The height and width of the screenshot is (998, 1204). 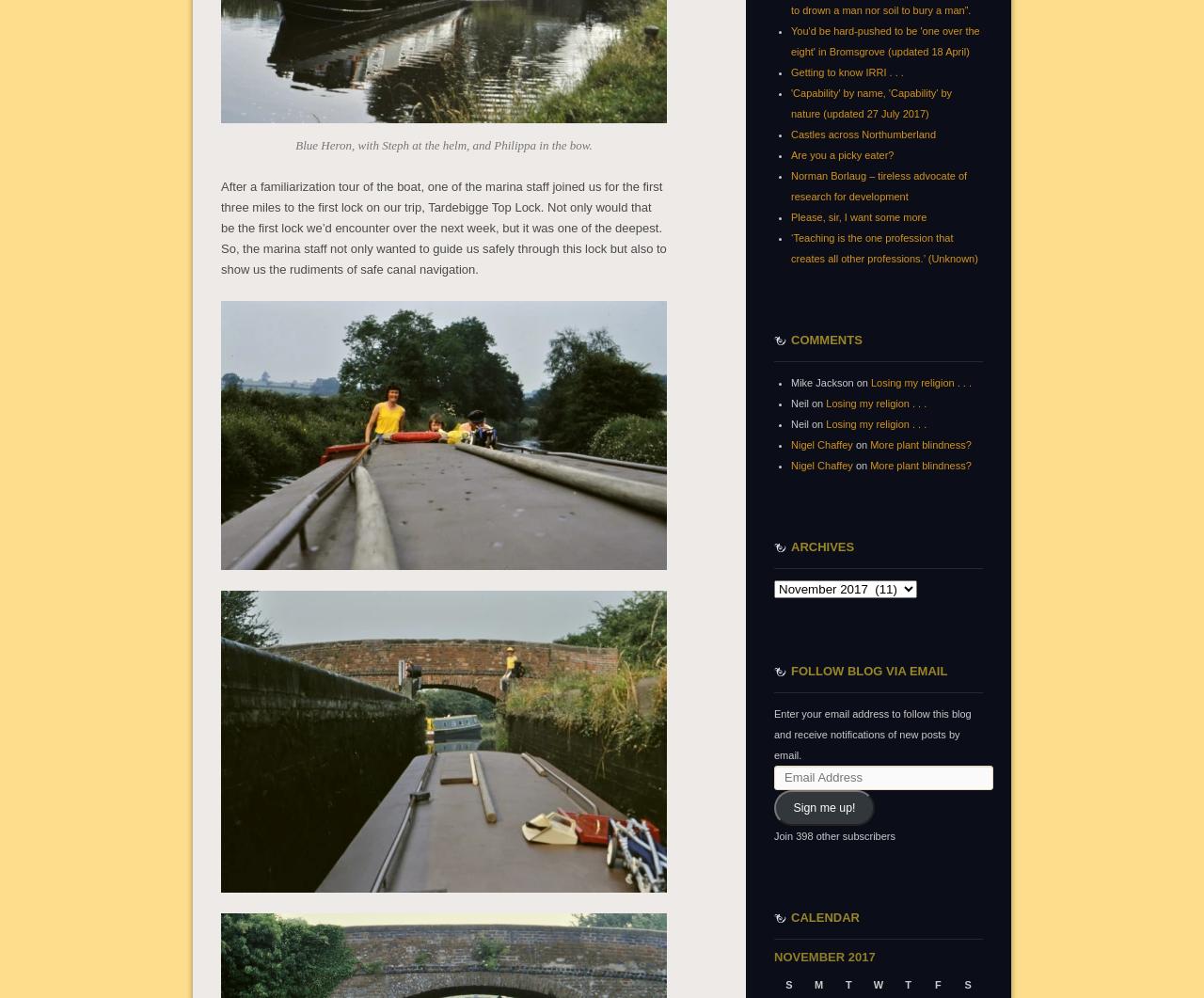 I want to click on ''Capability' by name, 'Capability' by nature (updated 27 July 2017)', so click(x=790, y=102).